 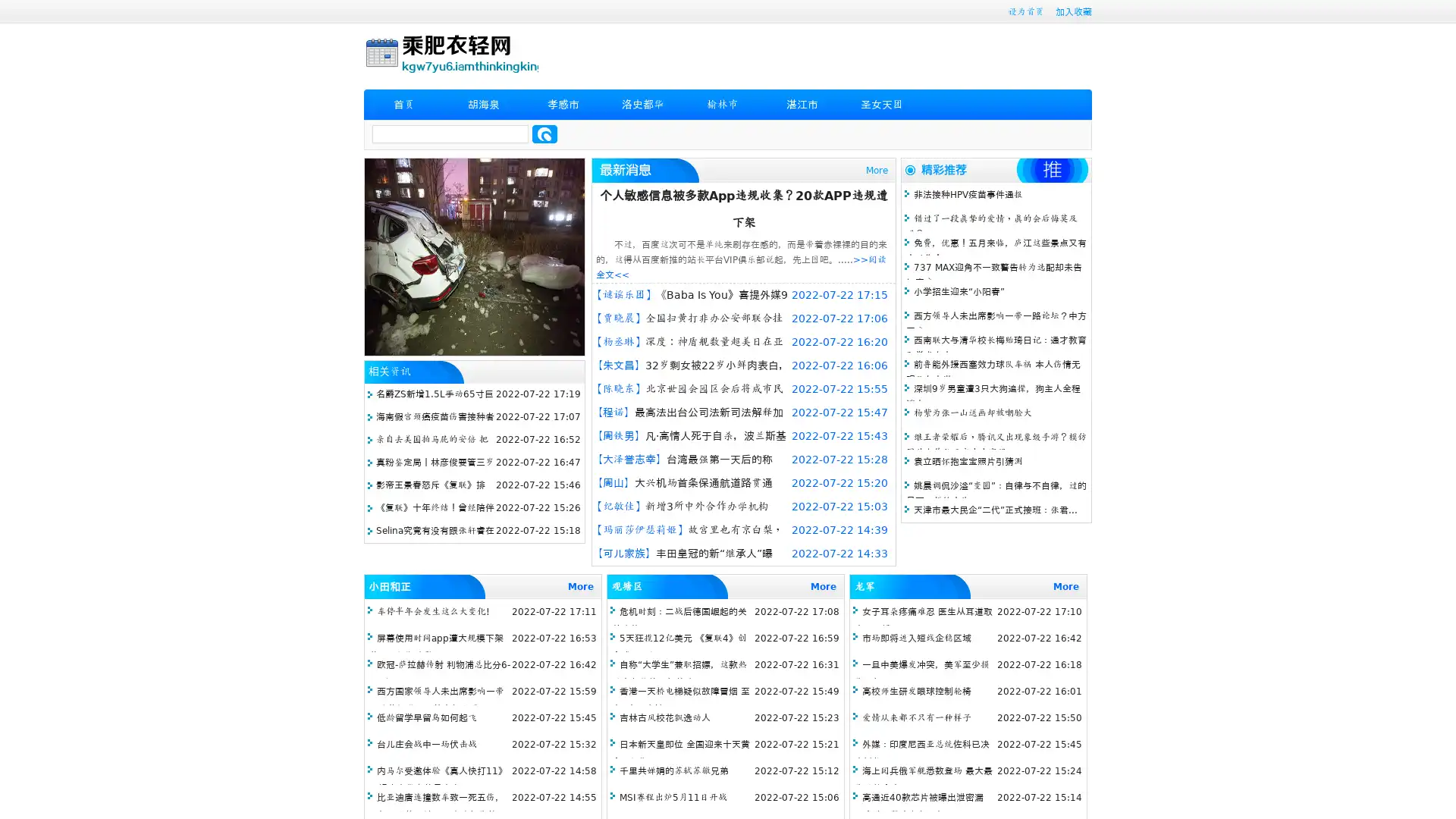 What do you see at coordinates (544, 133) in the screenshot?
I see `Search` at bounding box center [544, 133].